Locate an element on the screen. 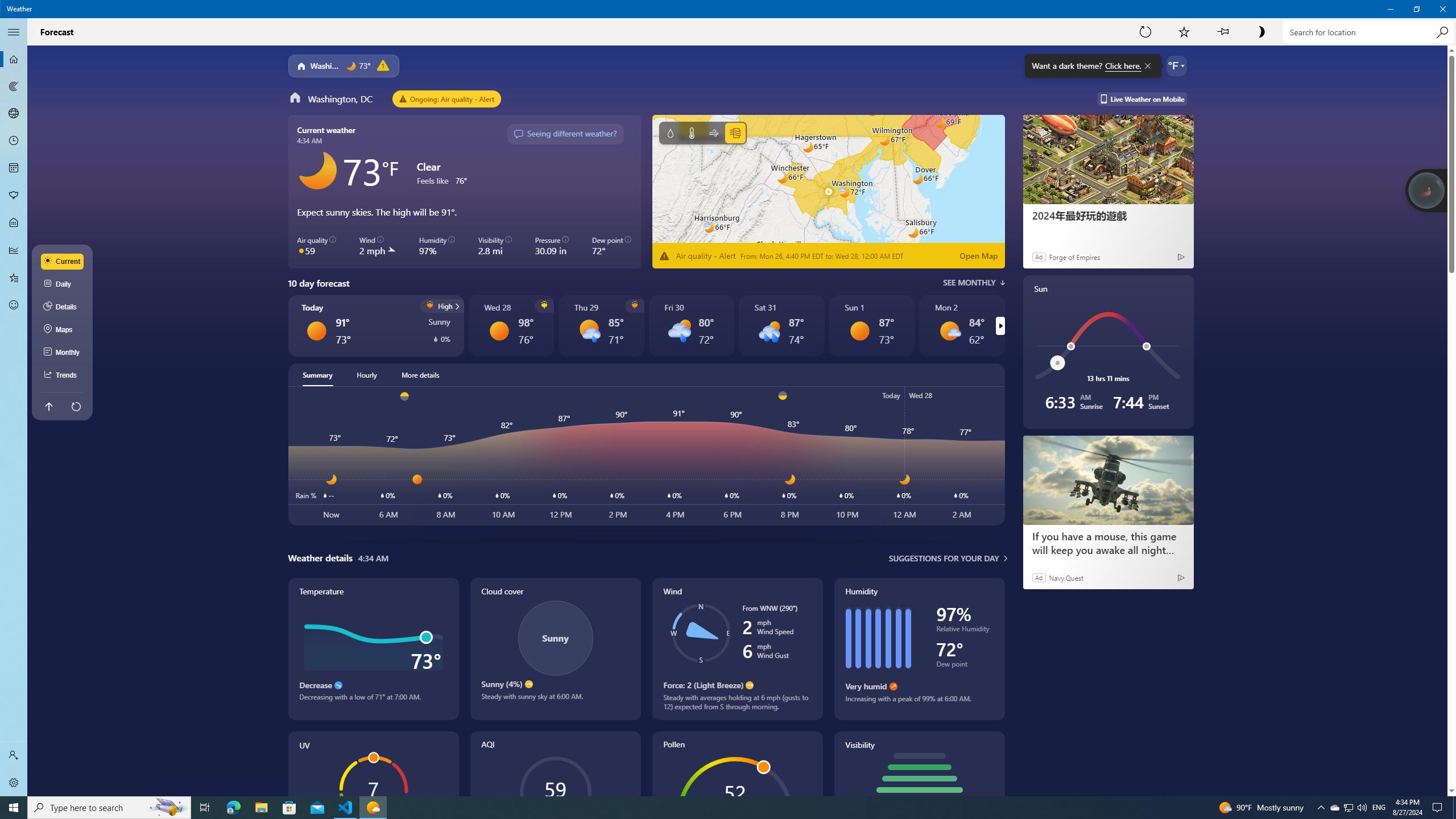  'Pin' is located at coordinates (1222, 31).